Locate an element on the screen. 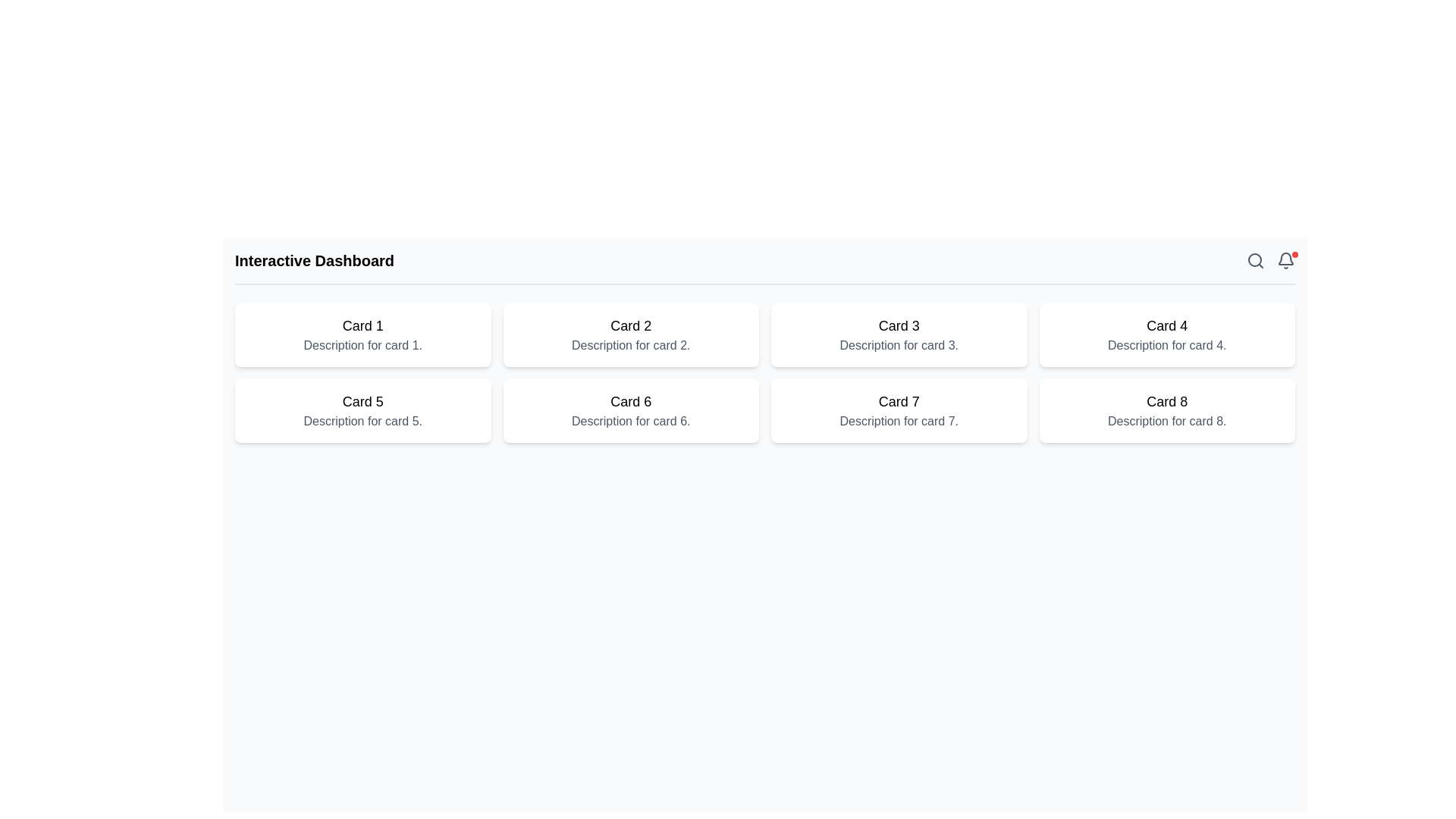 This screenshot has width=1456, height=819. the Text Label that serves as the title for the sixth card located in the second row, second column of the card layout is located at coordinates (631, 400).